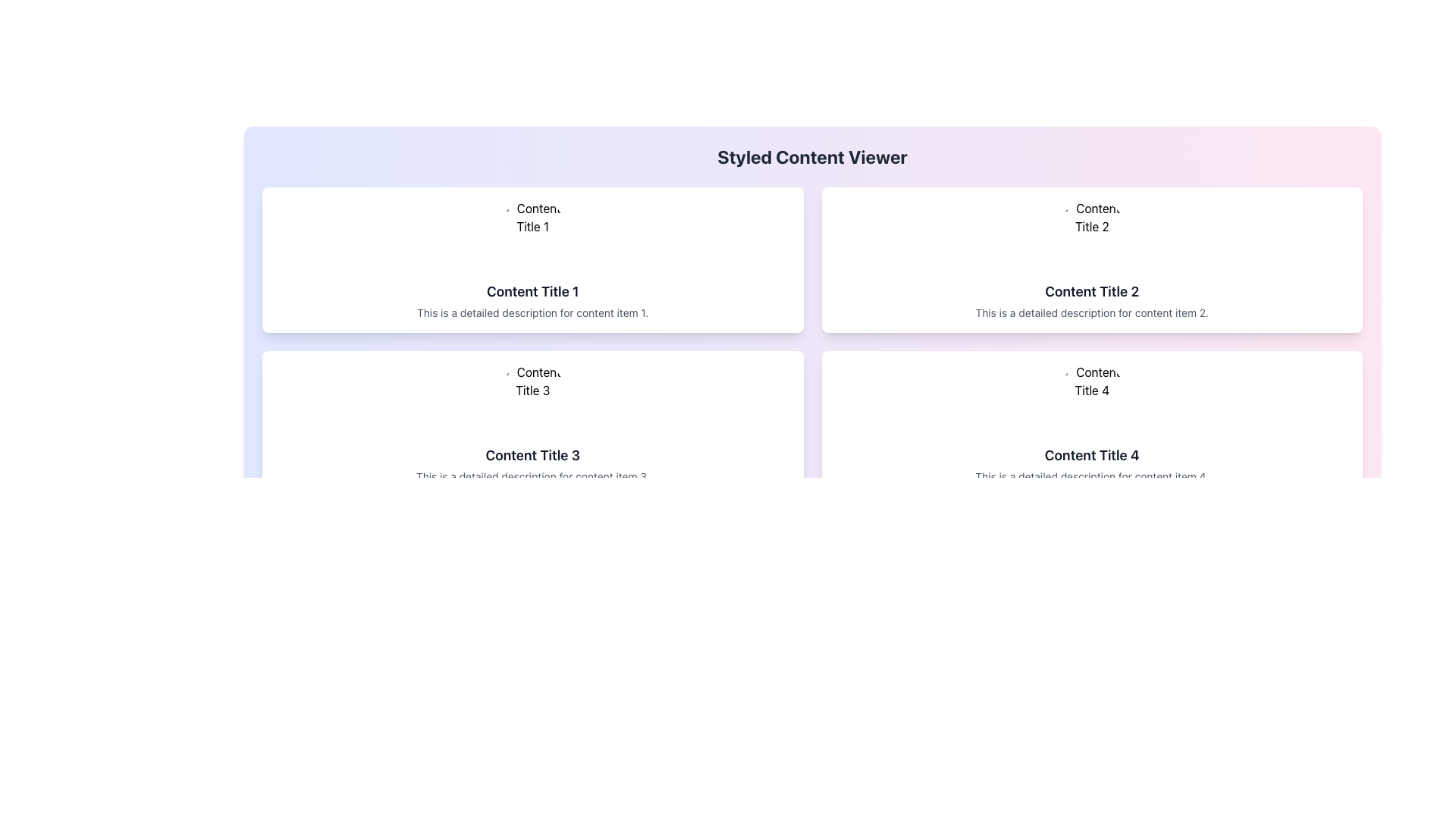 This screenshot has width=1456, height=819. What do you see at coordinates (1338, 705) in the screenshot?
I see `the 'Next' button with a gray background and rounded corners located on the far right of the navigation group at the bottom of the interface` at bounding box center [1338, 705].